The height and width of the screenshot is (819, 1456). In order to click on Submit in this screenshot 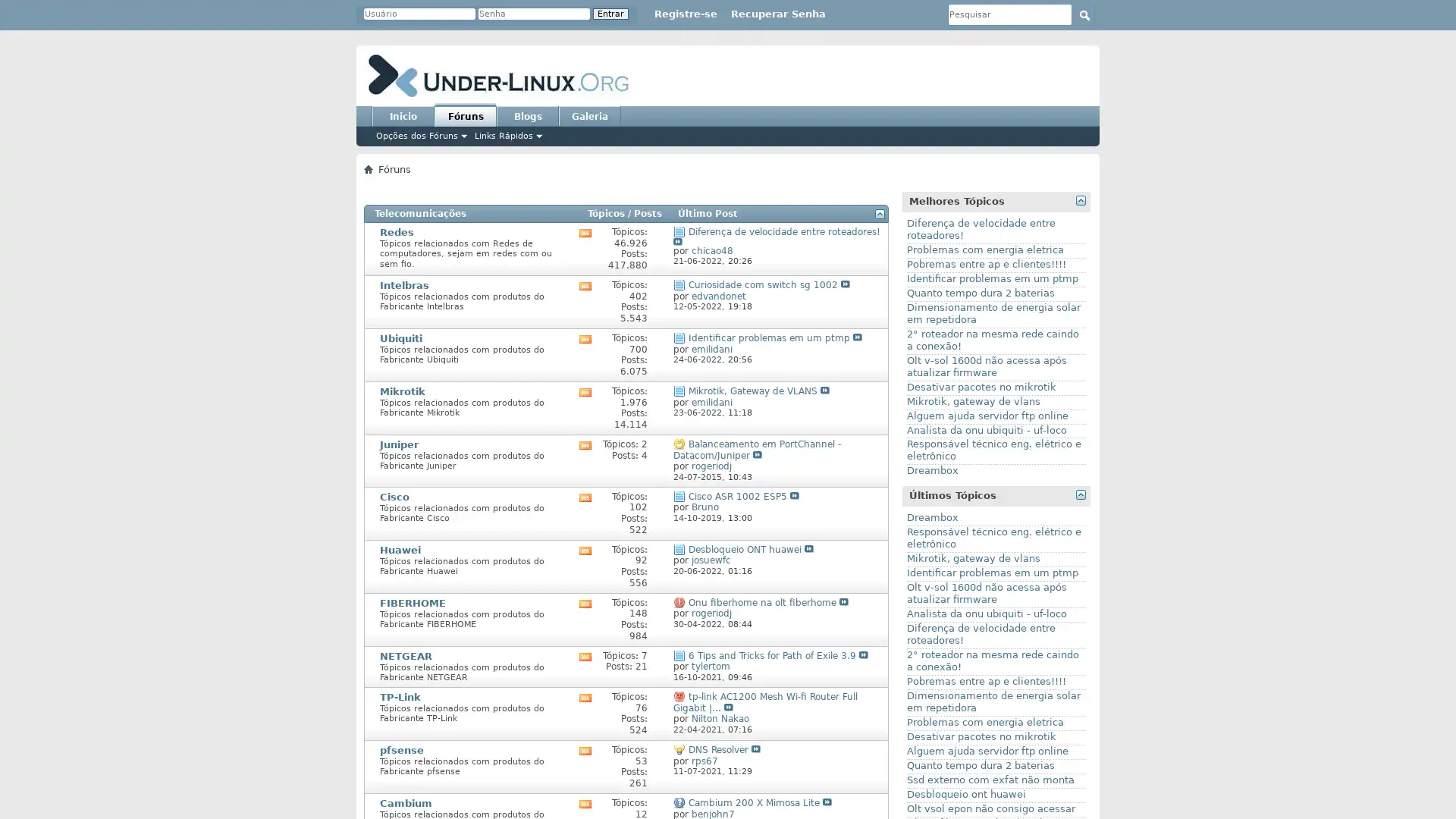, I will do `click(1084, 14)`.